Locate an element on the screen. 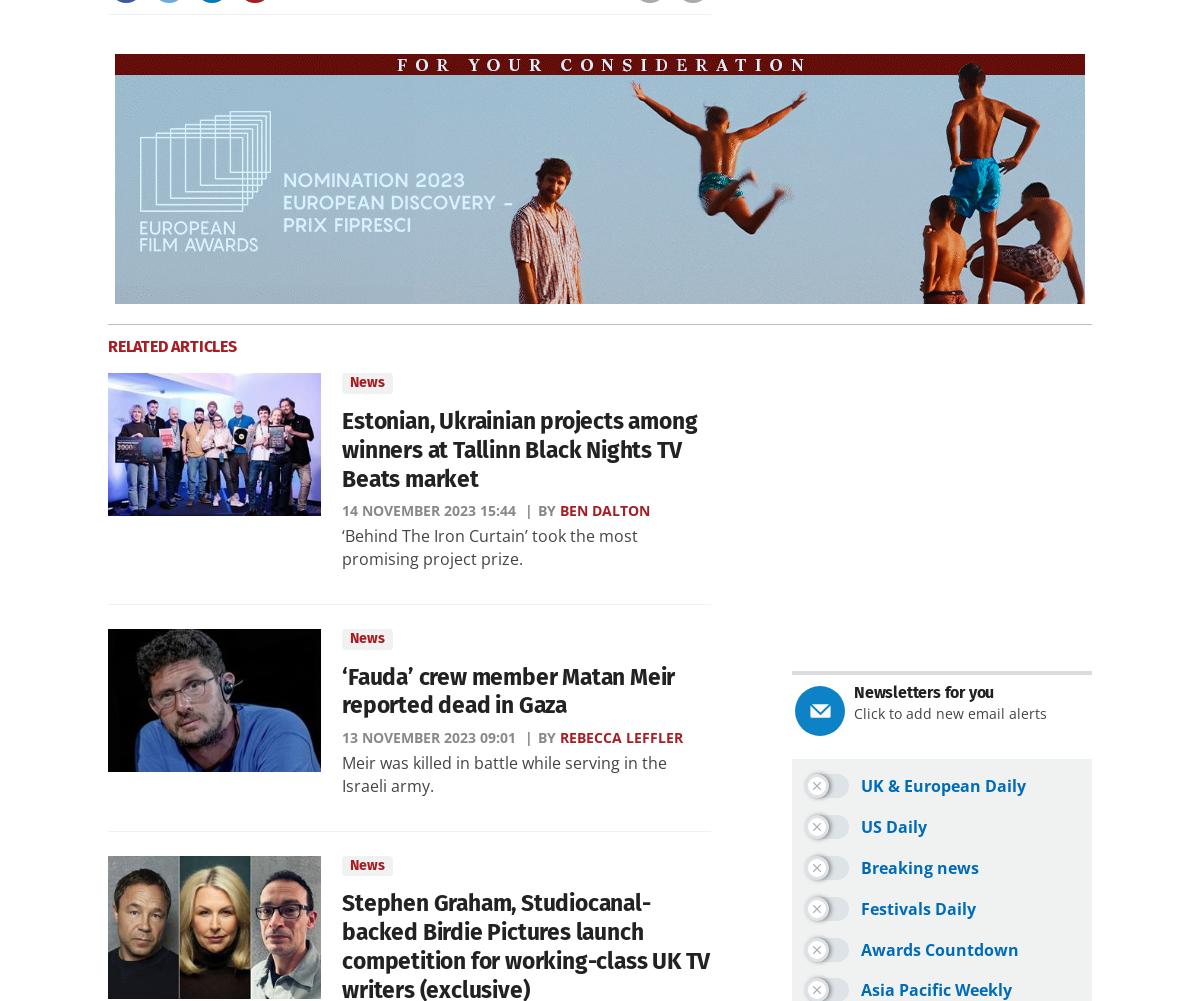 The width and height of the screenshot is (1200, 1001). 'Click to add new email alerts' is located at coordinates (950, 712).